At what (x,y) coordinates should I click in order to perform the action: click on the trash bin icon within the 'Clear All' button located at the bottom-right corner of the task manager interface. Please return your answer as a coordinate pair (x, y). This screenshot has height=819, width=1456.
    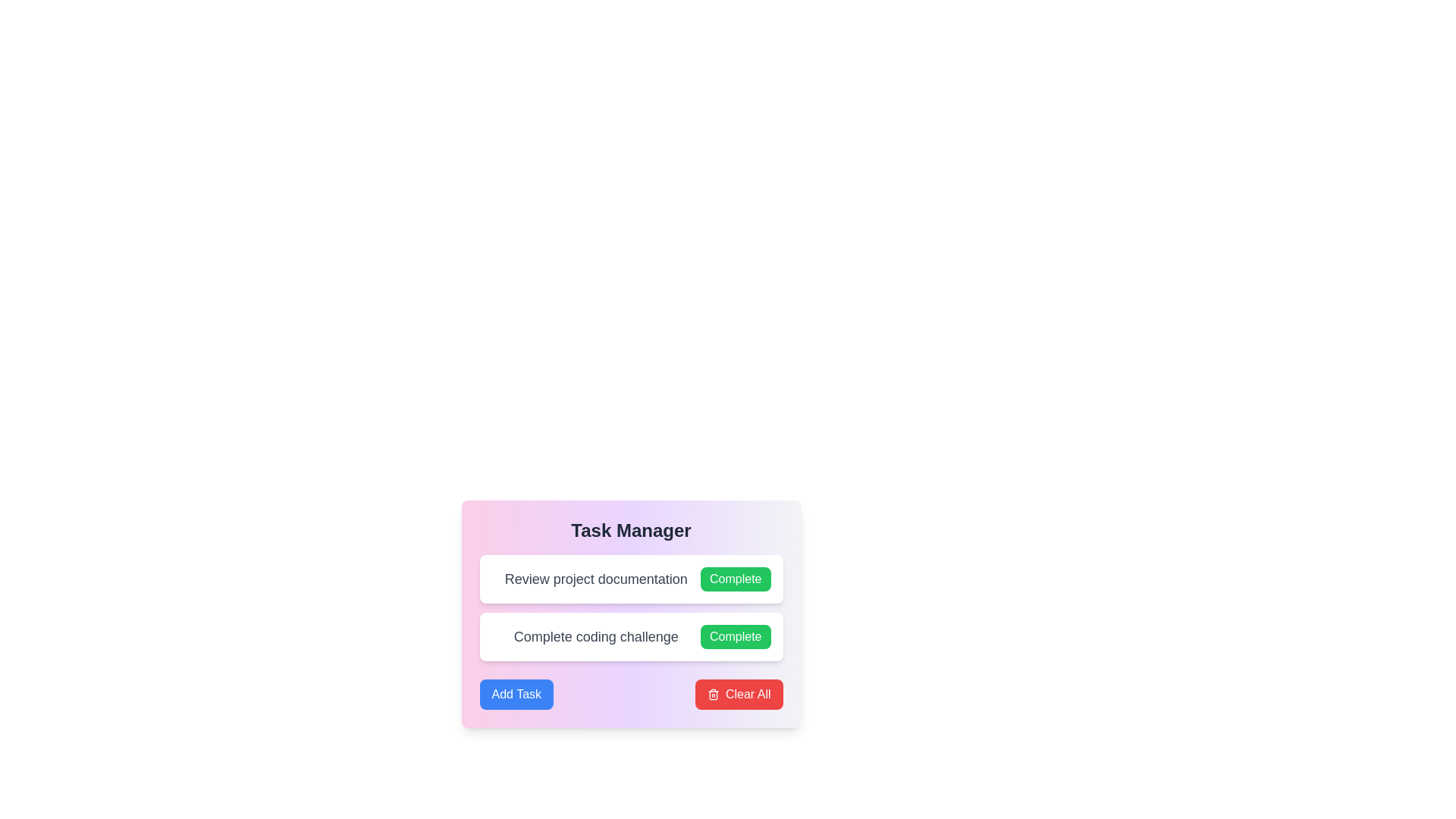
    Looking at the image, I should click on (712, 695).